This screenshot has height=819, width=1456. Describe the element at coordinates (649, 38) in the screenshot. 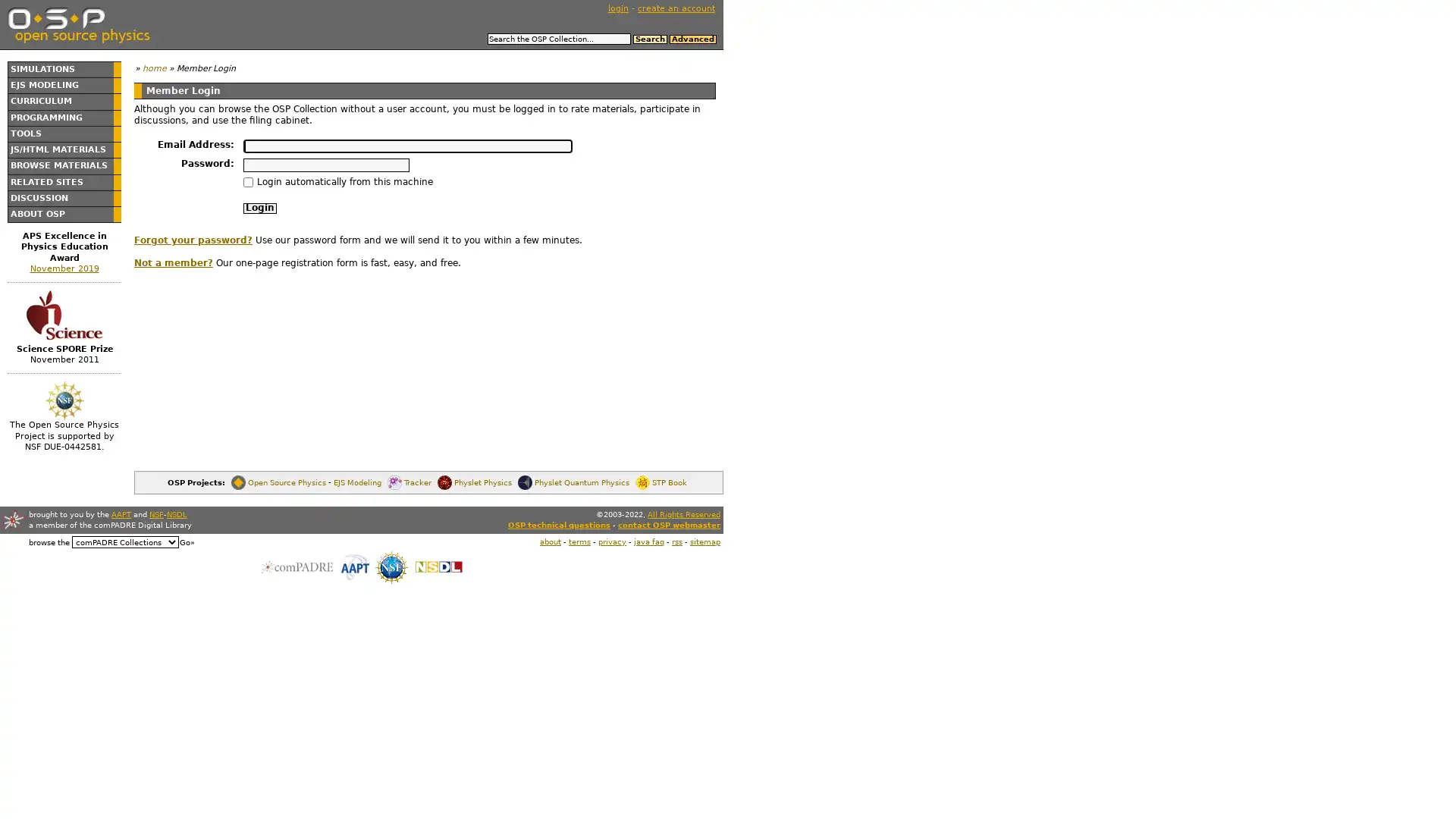

I see `Search` at that location.